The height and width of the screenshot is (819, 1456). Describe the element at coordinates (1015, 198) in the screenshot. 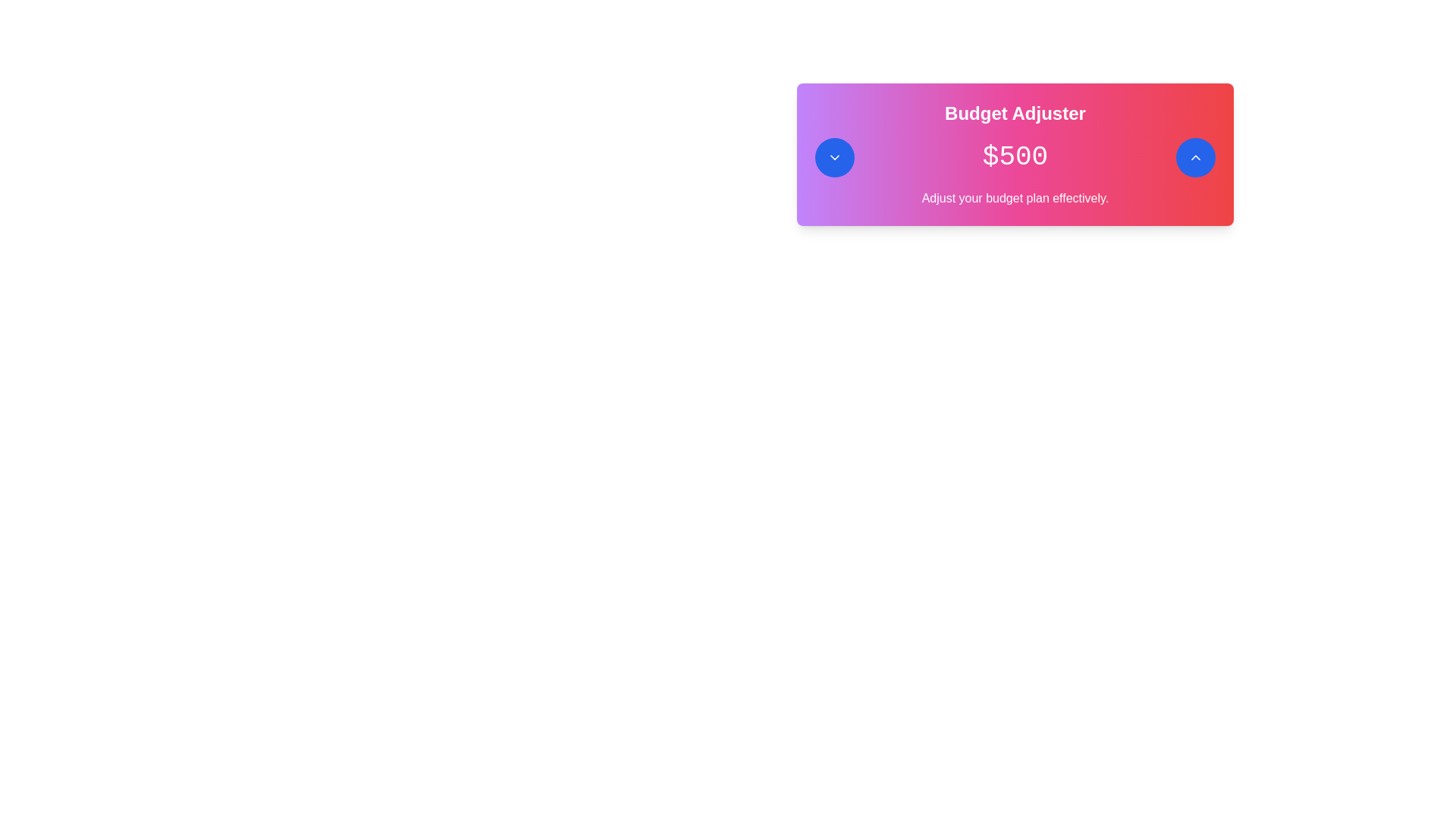

I see `the text label displaying 'Adjust your budget plan effectively.' which is located beneath the 'Budget Adjuster' heading and the monetary amount '$500'` at that location.